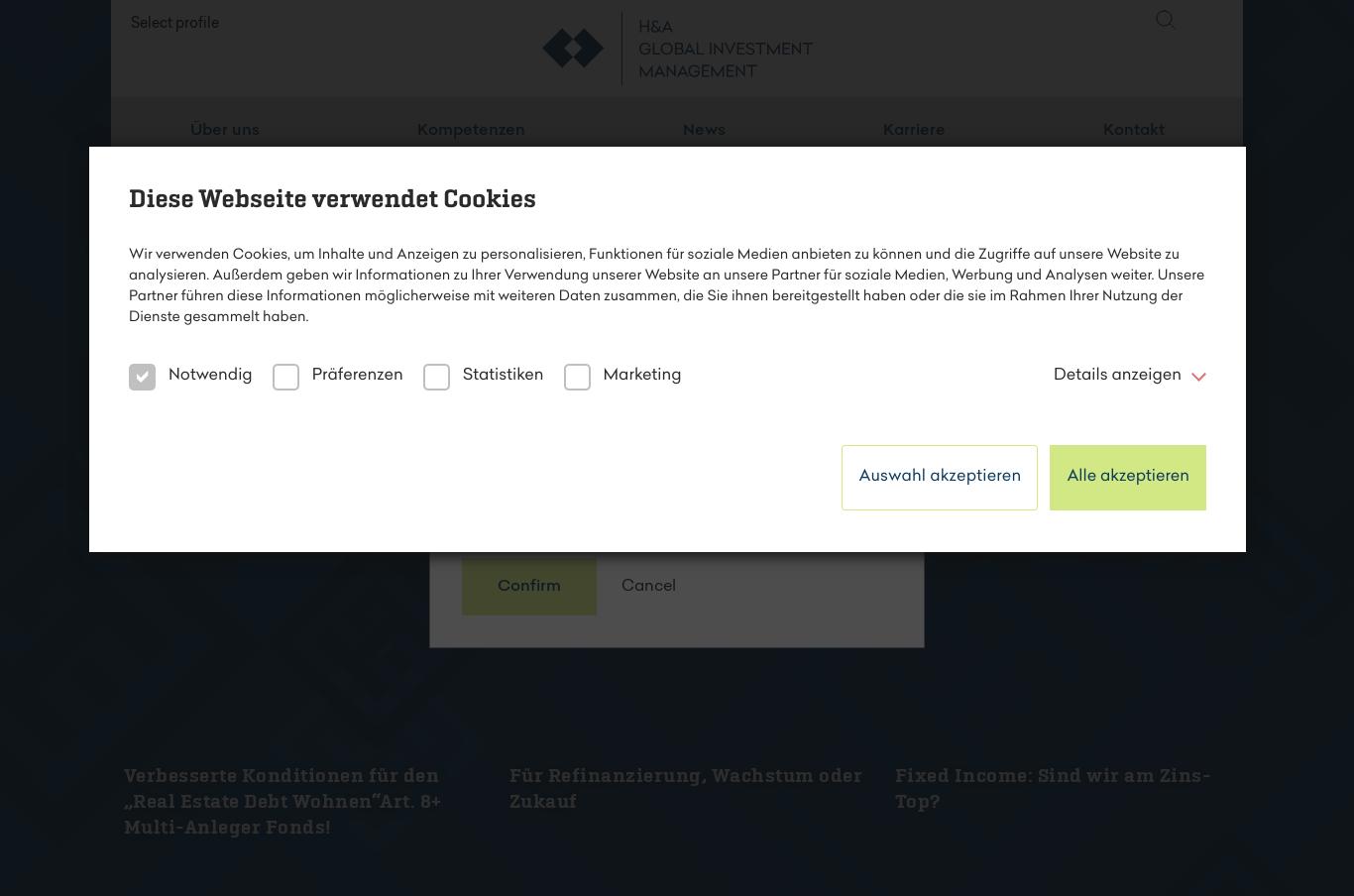  What do you see at coordinates (173, 51) in the screenshot?
I see `'Select profile'` at bounding box center [173, 51].